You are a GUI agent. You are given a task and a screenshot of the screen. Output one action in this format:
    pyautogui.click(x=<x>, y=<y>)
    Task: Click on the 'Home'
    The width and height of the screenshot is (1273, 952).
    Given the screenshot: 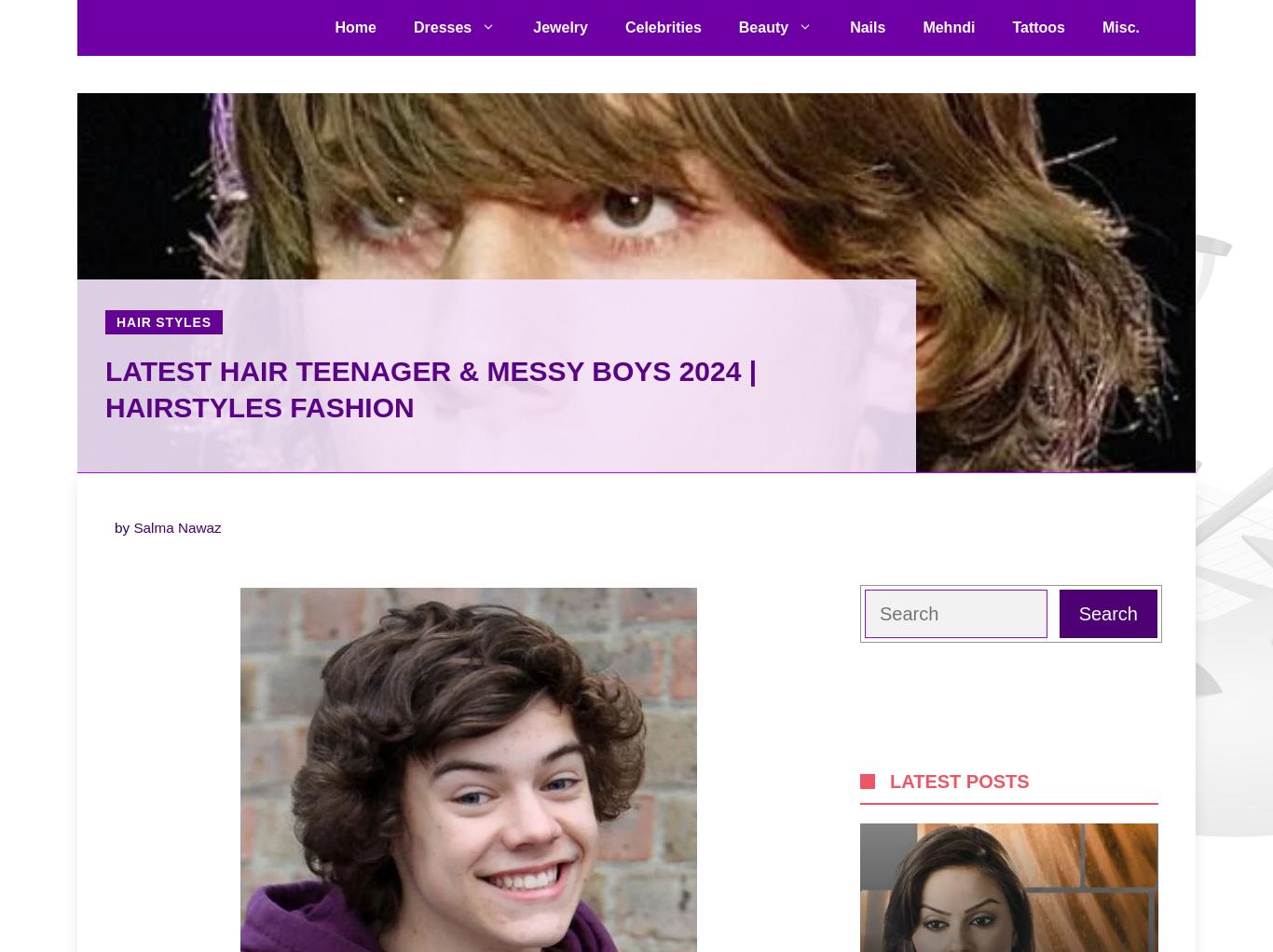 What is the action you would take?
    pyautogui.click(x=353, y=26)
    